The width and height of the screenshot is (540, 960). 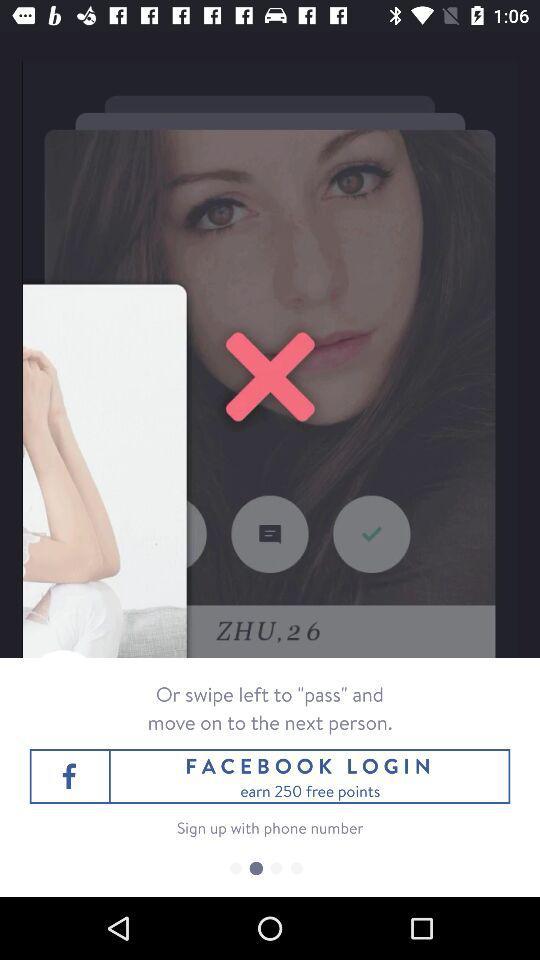 I want to click on the sign up with item, so click(x=270, y=827).